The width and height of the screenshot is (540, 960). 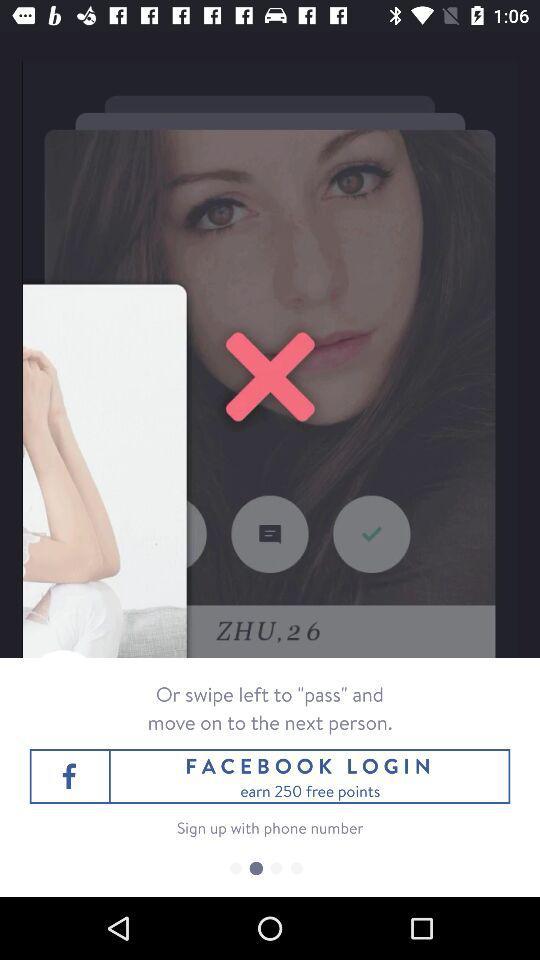 I want to click on the sign up with item, so click(x=270, y=827).